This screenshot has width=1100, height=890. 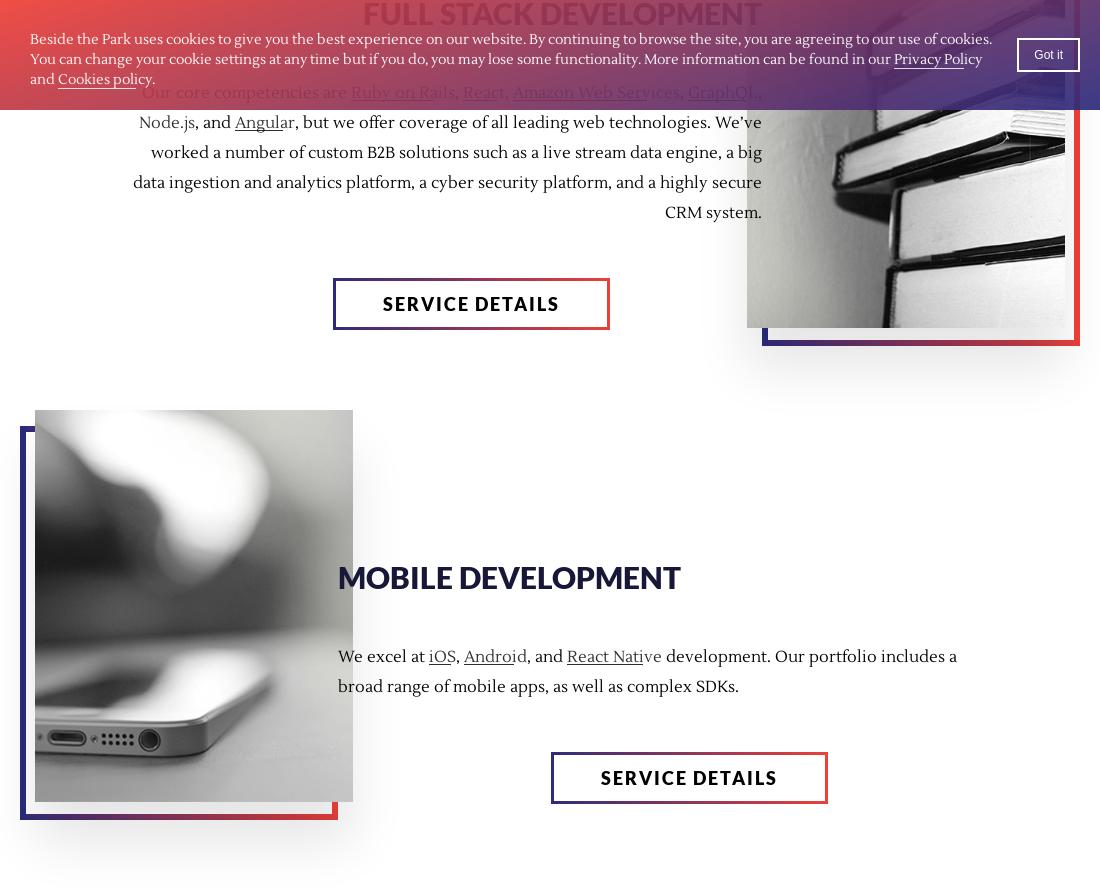 I want to click on 'Got it', so click(x=1048, y=55).